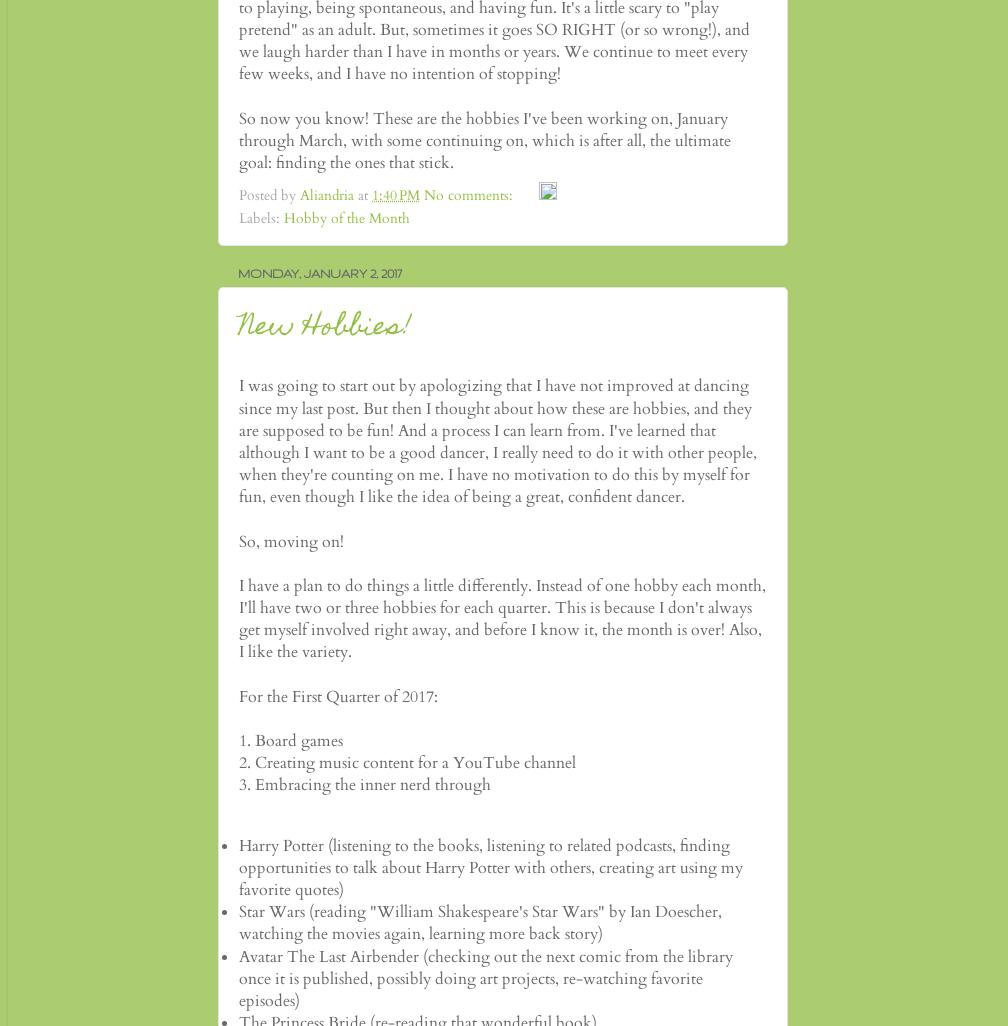 The width and height of the screenshot is (1008, 1026). Describe the element at coordinates (269, 193) in the screenshot. I see `'Posted by'` at that location.